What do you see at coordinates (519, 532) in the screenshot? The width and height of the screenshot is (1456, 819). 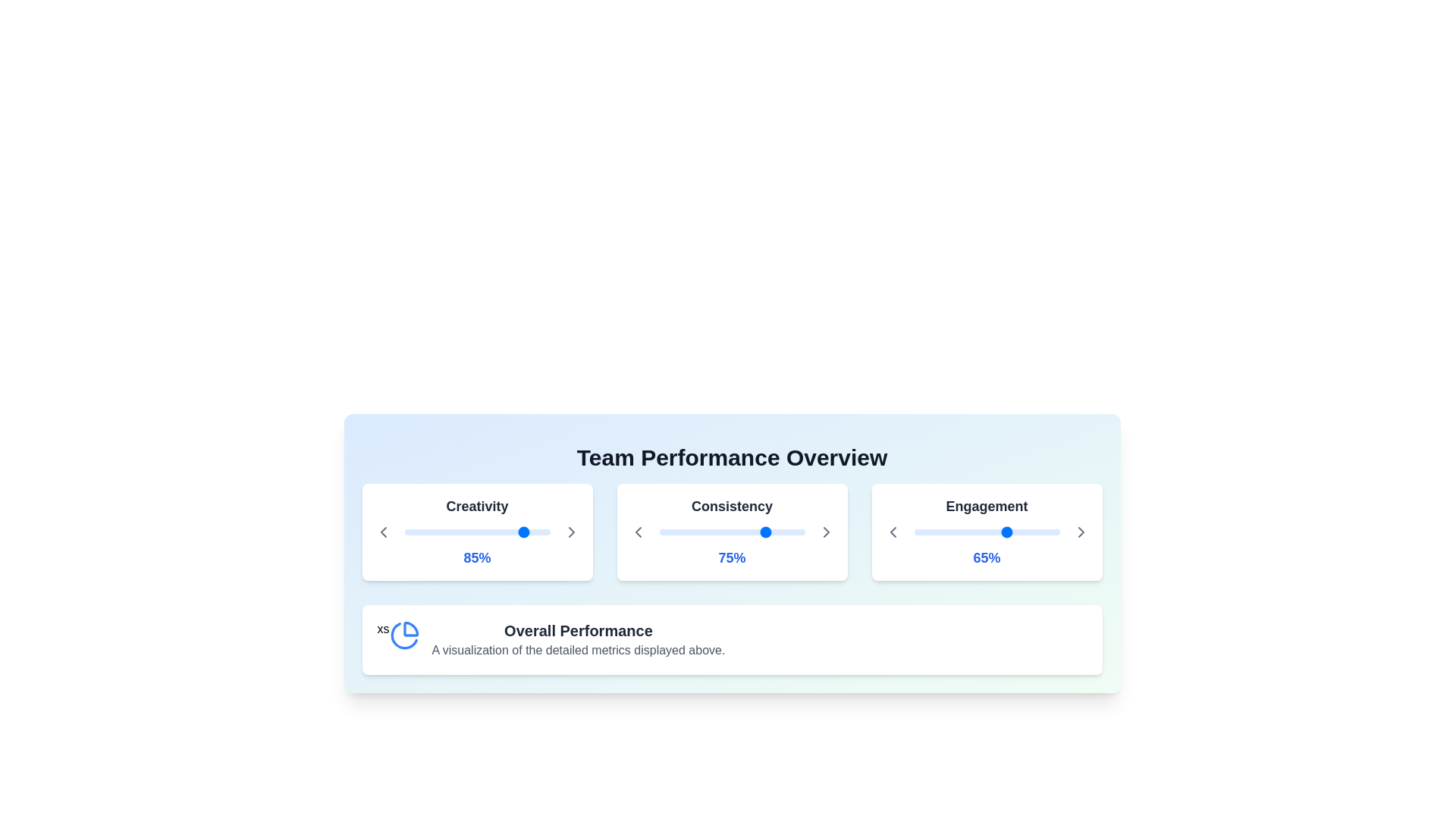 I see `the slider` at bounding box center [519, 532].